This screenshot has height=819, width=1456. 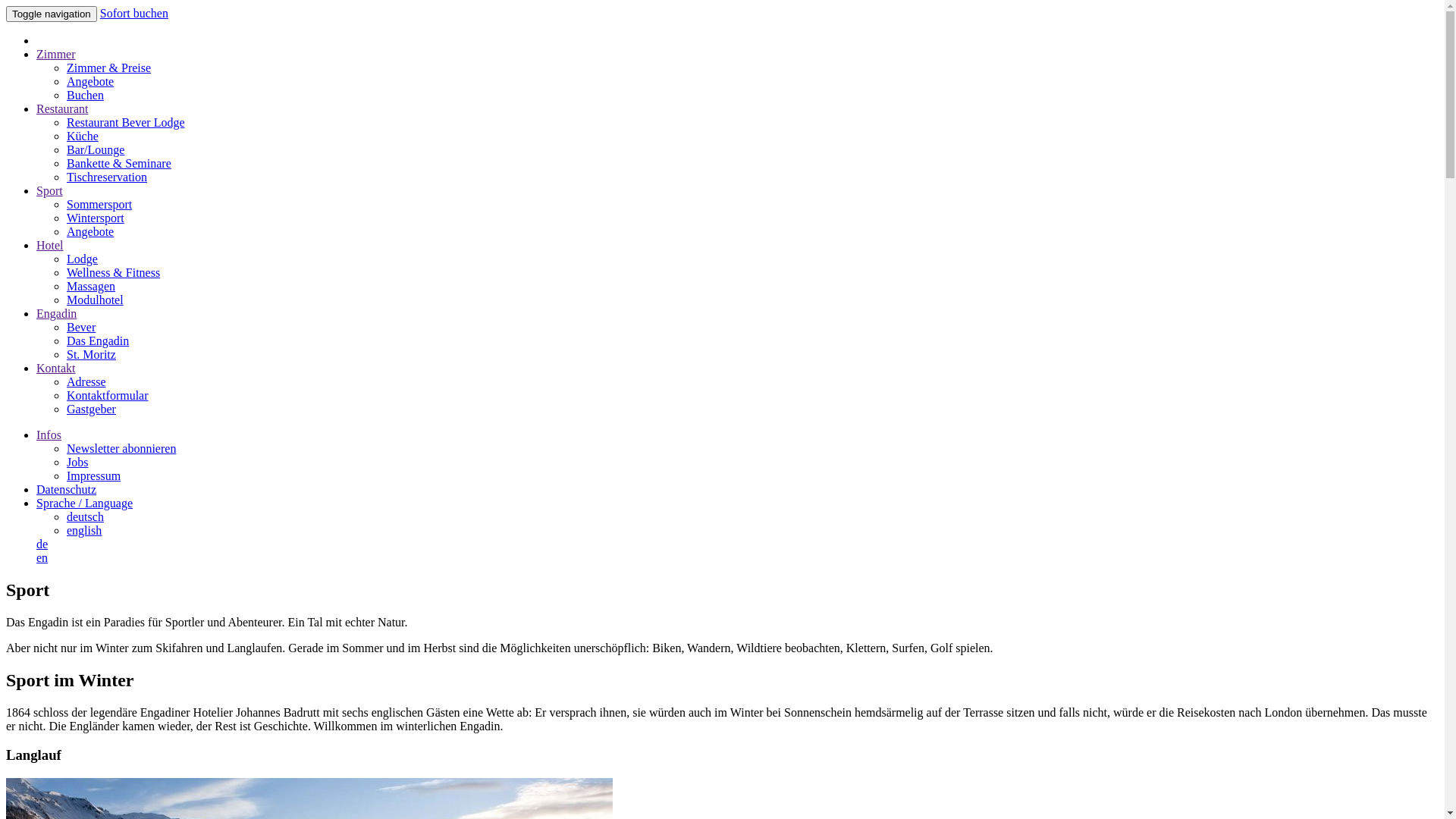 I want to click on 'Datenschutz', so click(x=65, y=489).